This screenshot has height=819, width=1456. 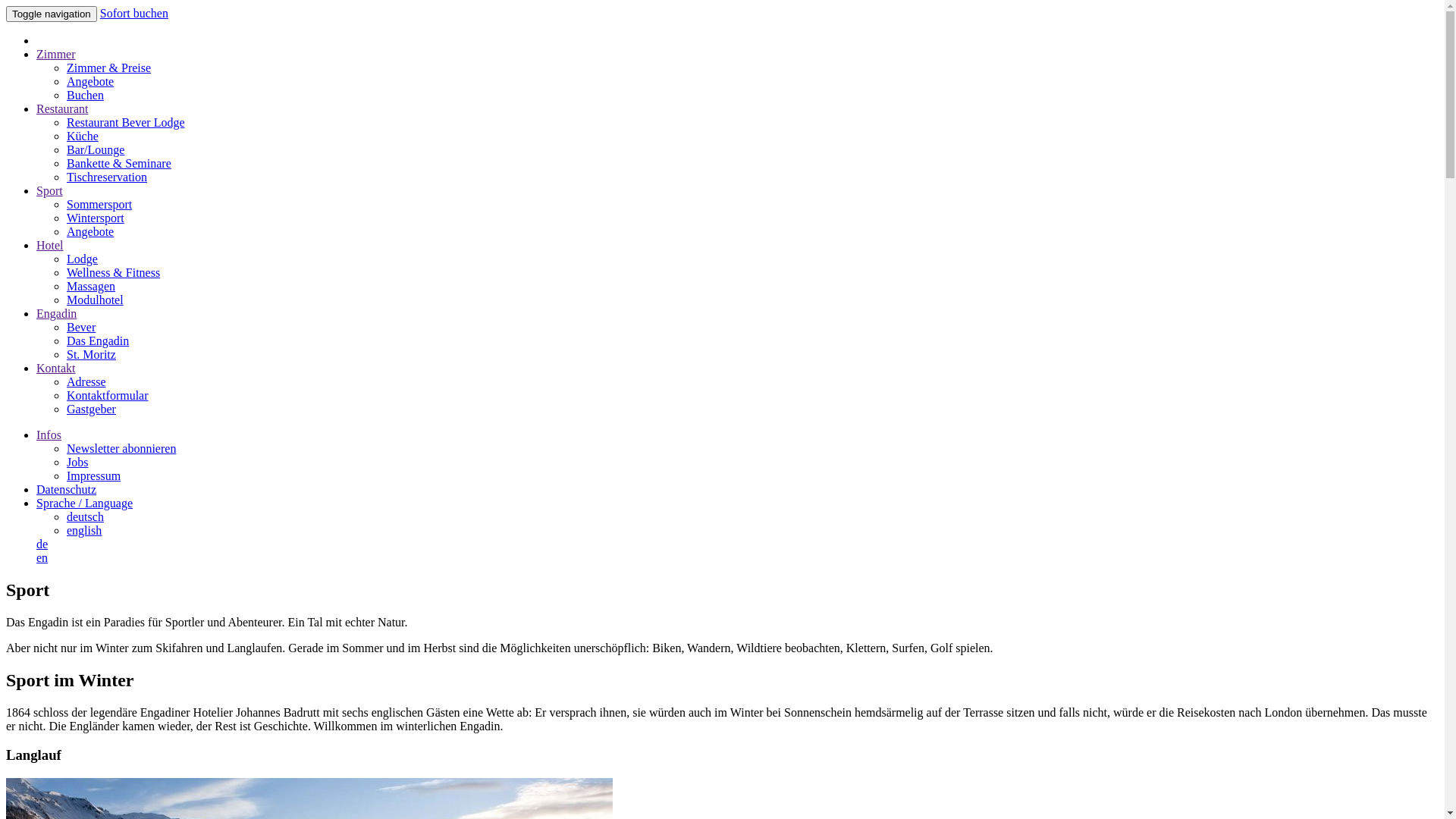 I want to click on 'Datenschutz', so click(x=65, y=489).